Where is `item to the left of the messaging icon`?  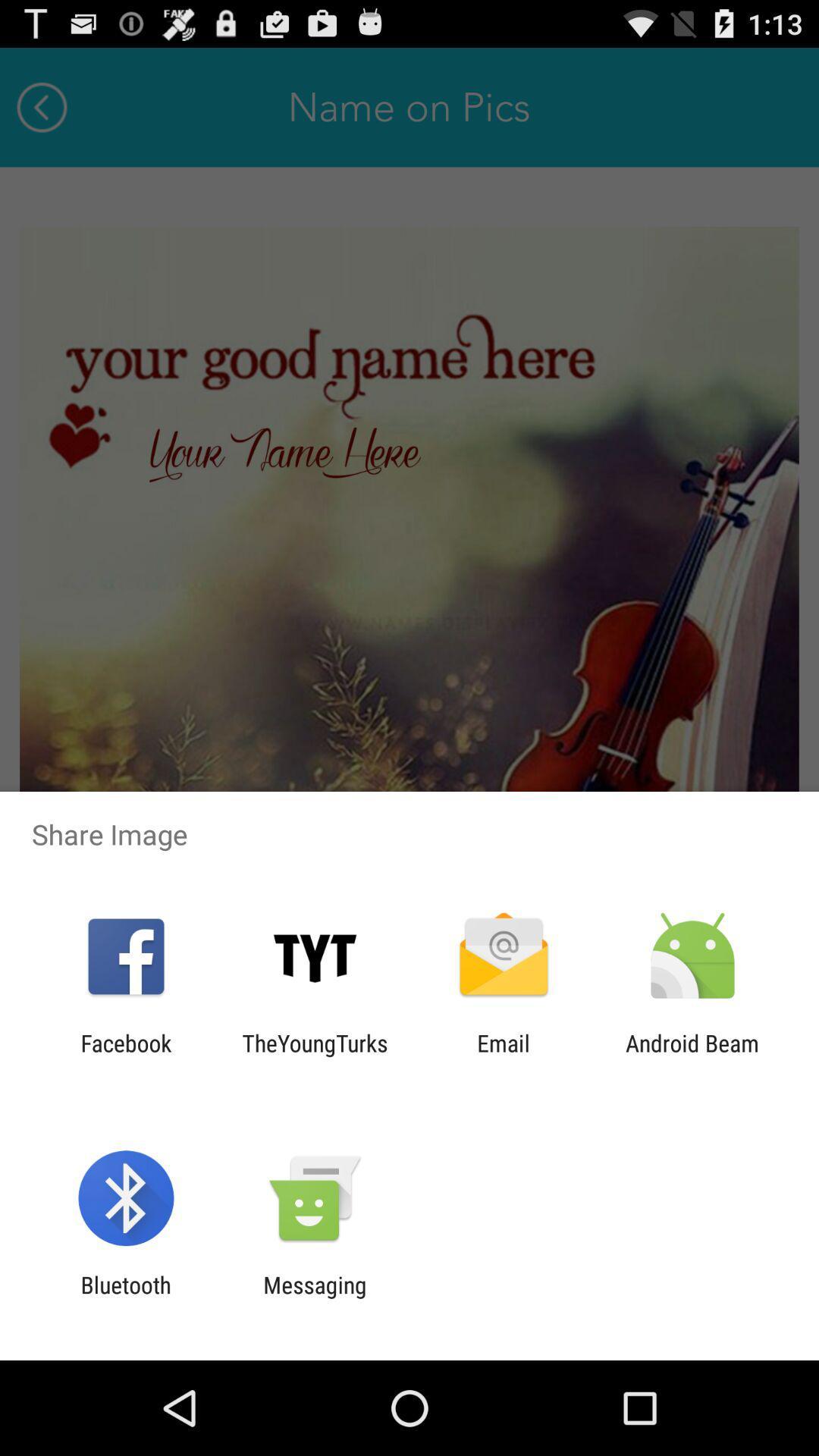 item to the left of the messaging icon is located at coordinates (125, 1298).